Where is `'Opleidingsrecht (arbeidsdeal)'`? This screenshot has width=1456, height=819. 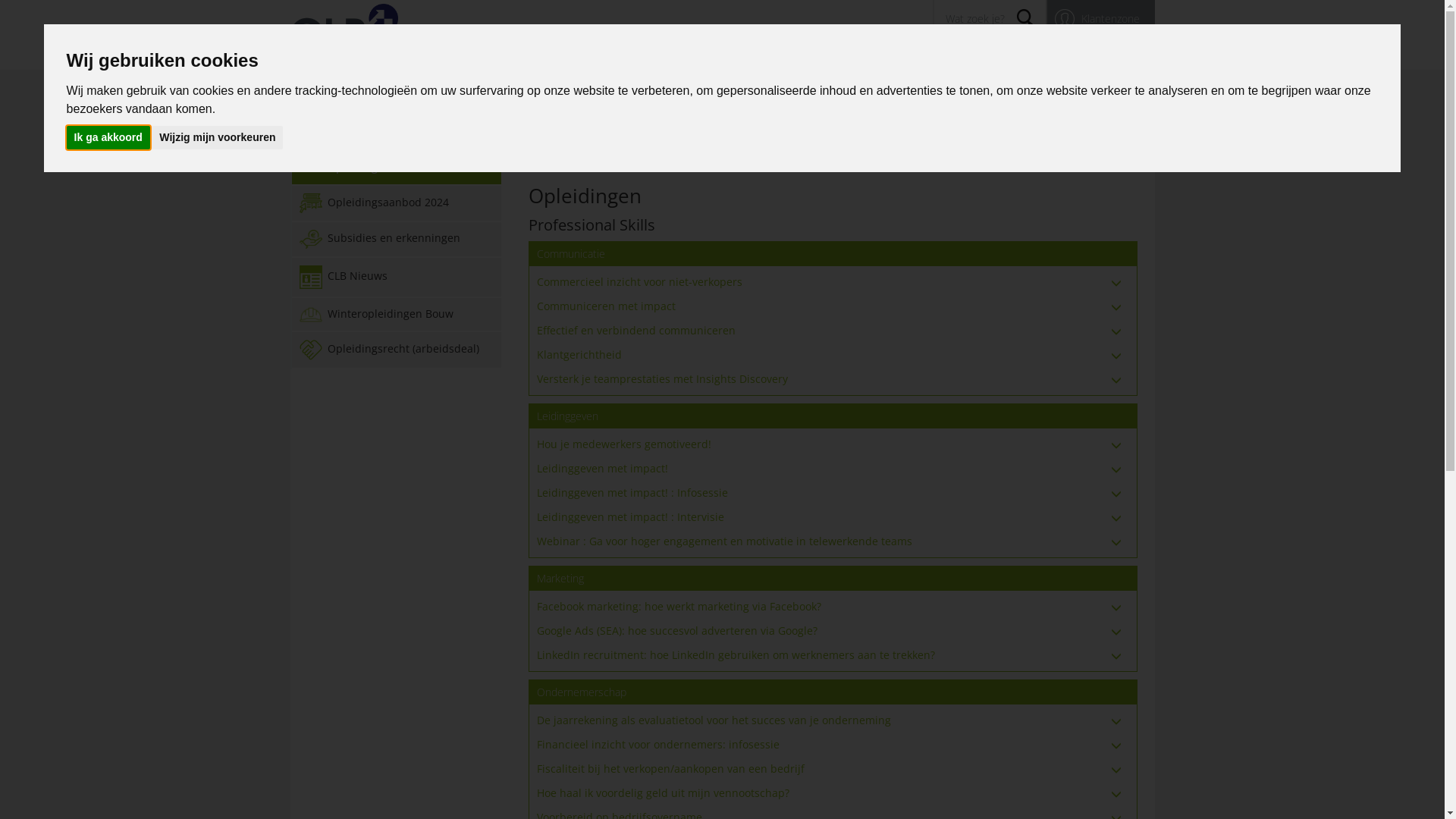 'Opleidingsrecht (arbeidsdeal)' is located at coordinates (396, 350).